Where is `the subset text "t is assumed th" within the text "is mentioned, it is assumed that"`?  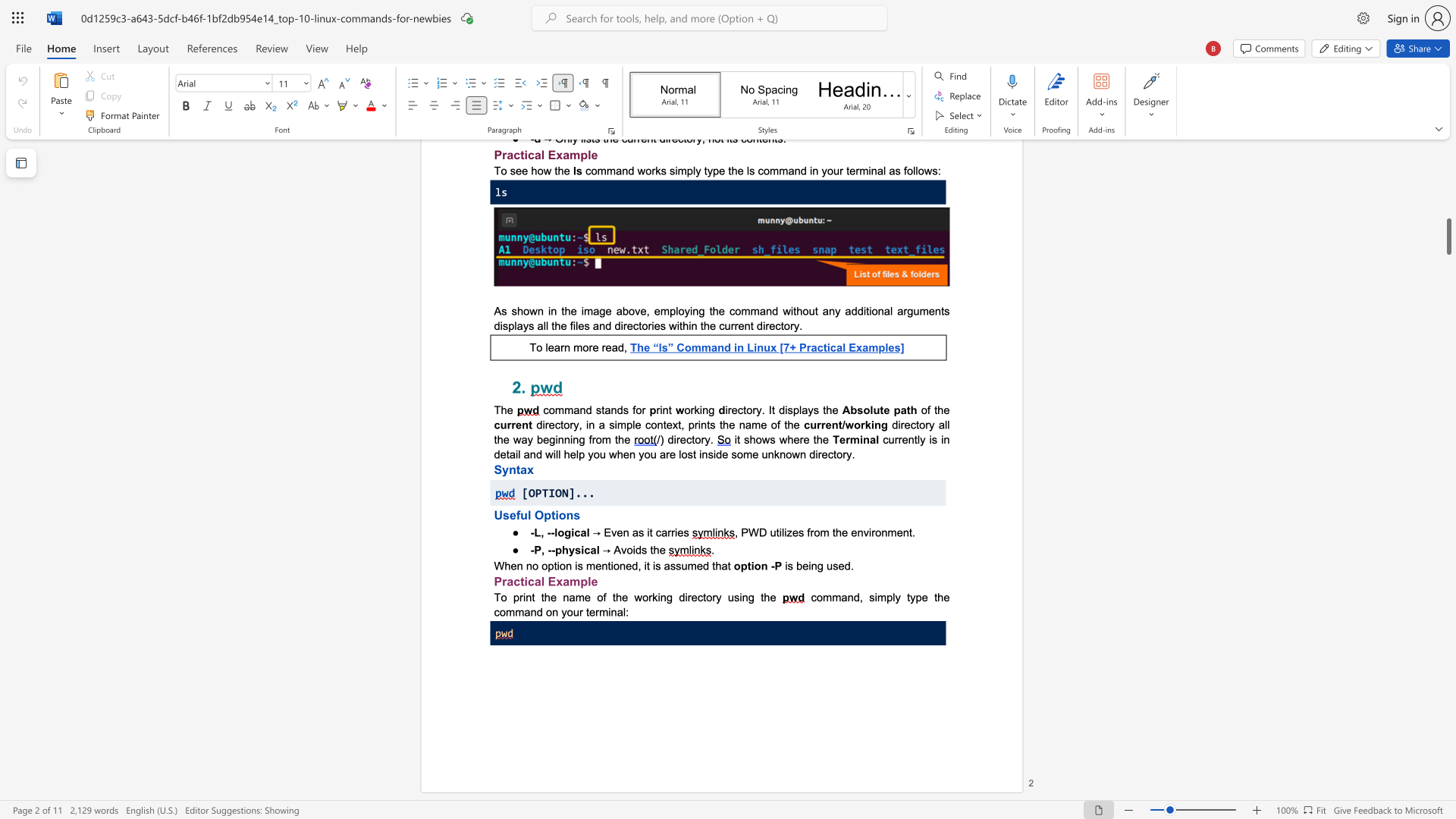 the subset text "t is assumed th" within the text "is mentioned, it is assumed that" is located at coordinates (646, 566).